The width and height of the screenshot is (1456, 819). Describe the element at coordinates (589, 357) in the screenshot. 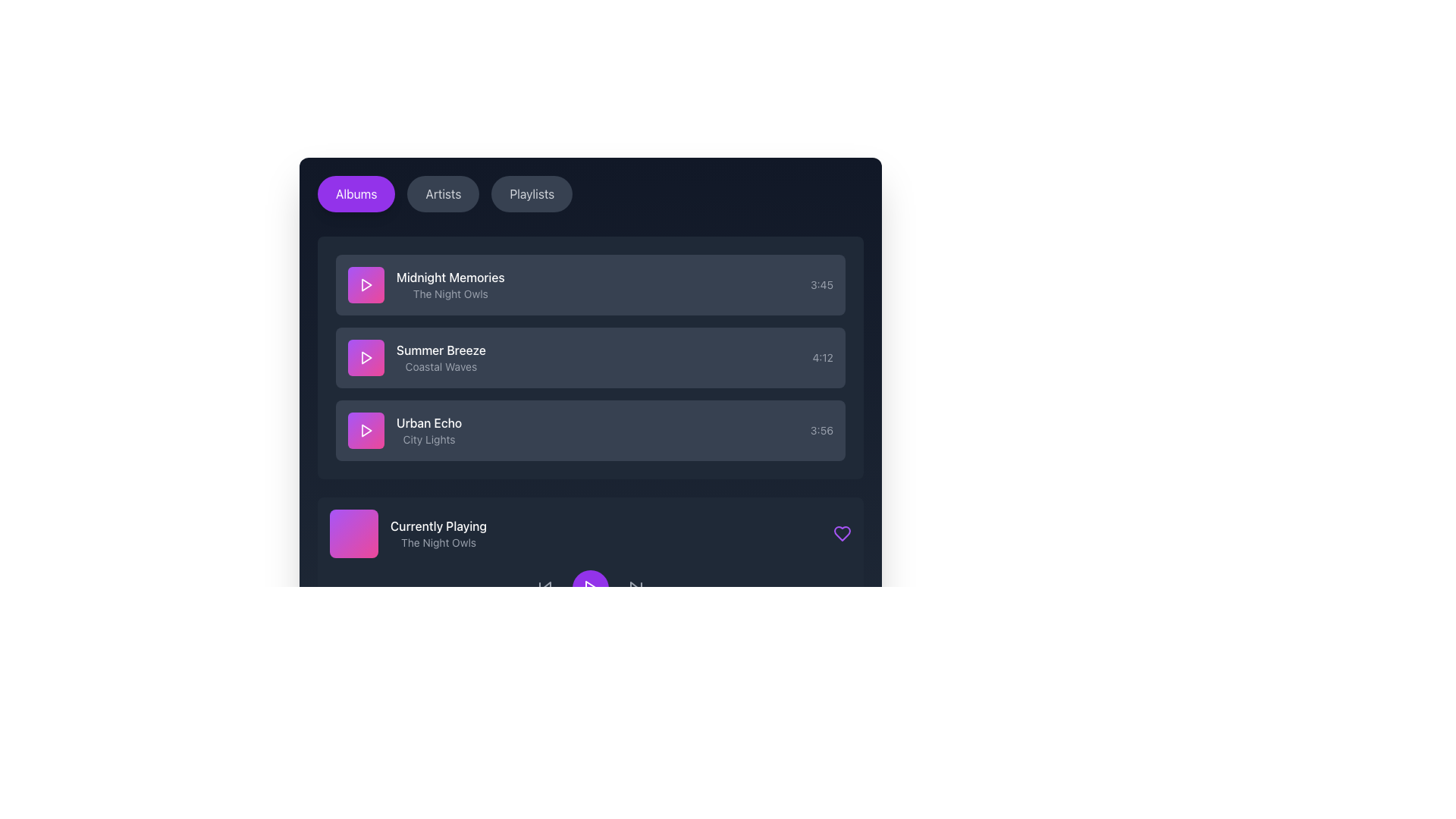

I see `the second song entry in the list, which displays the title, artist, and duration` at that location.